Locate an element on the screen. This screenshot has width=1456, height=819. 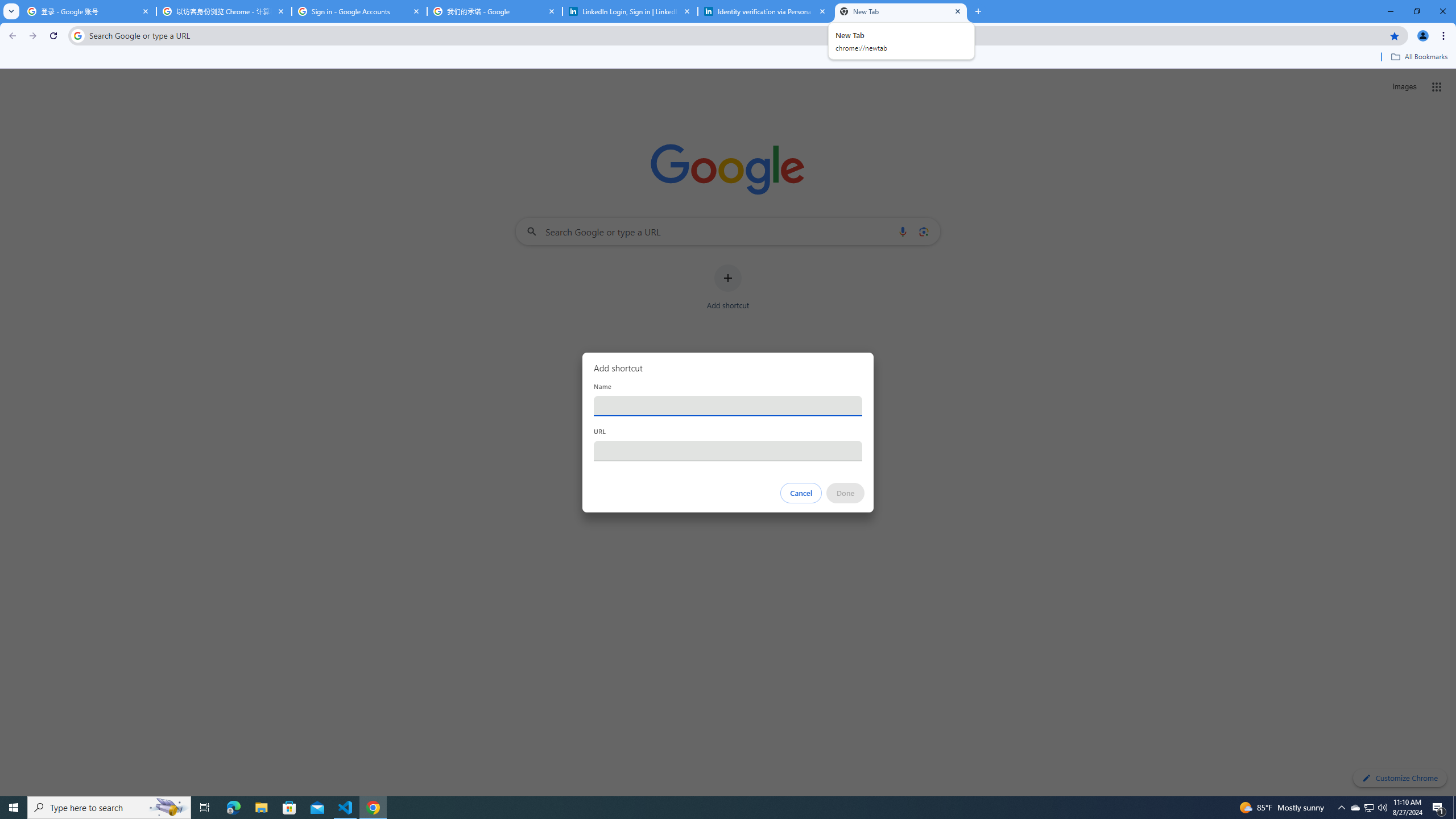
'New Tab' is located at coordinates (900, 11).